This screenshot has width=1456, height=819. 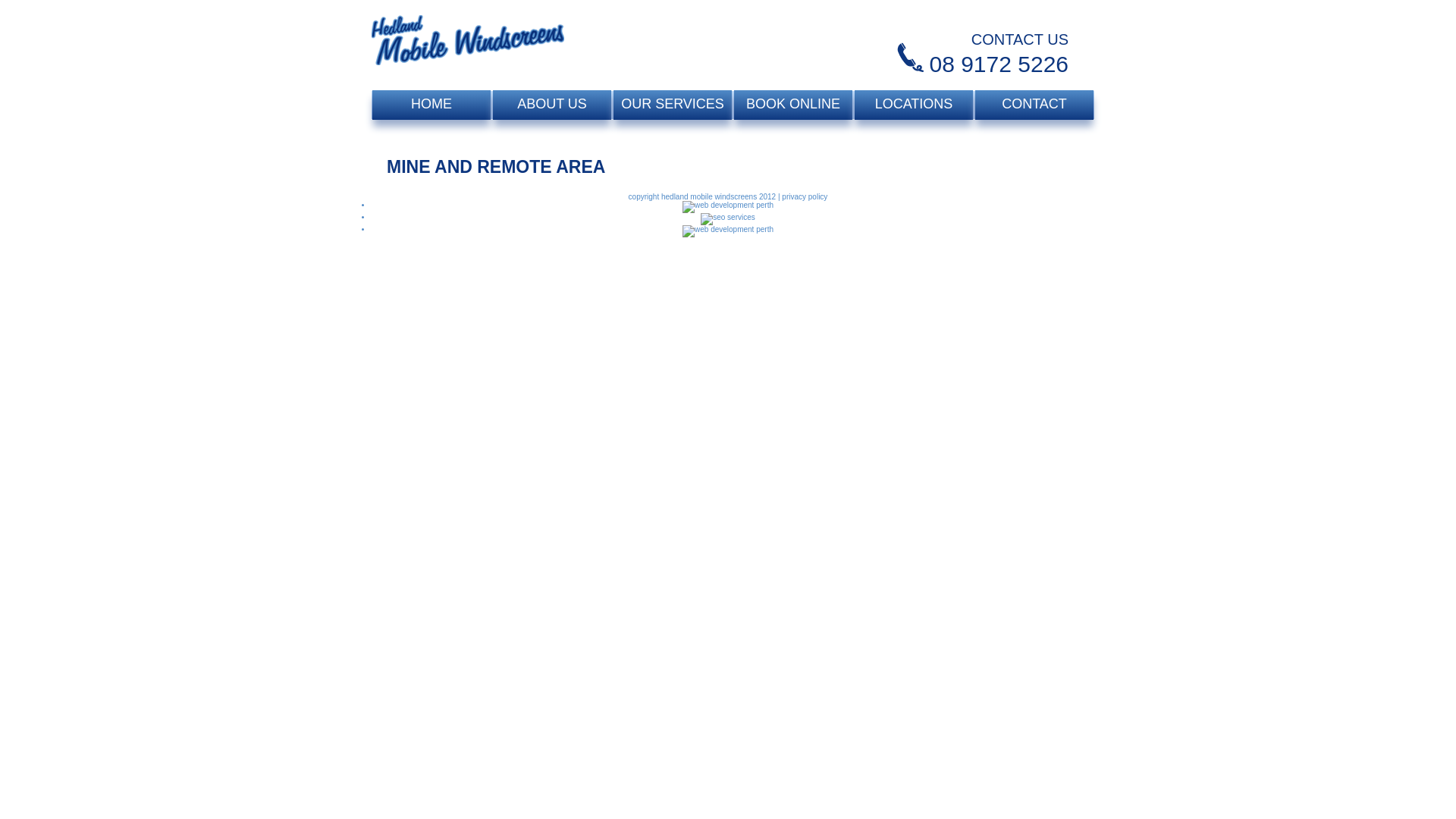 What do you see at coordinates (1033, 104) in the screenshot?
I see `'CONTACT'` at bounding box center [1033, 104].